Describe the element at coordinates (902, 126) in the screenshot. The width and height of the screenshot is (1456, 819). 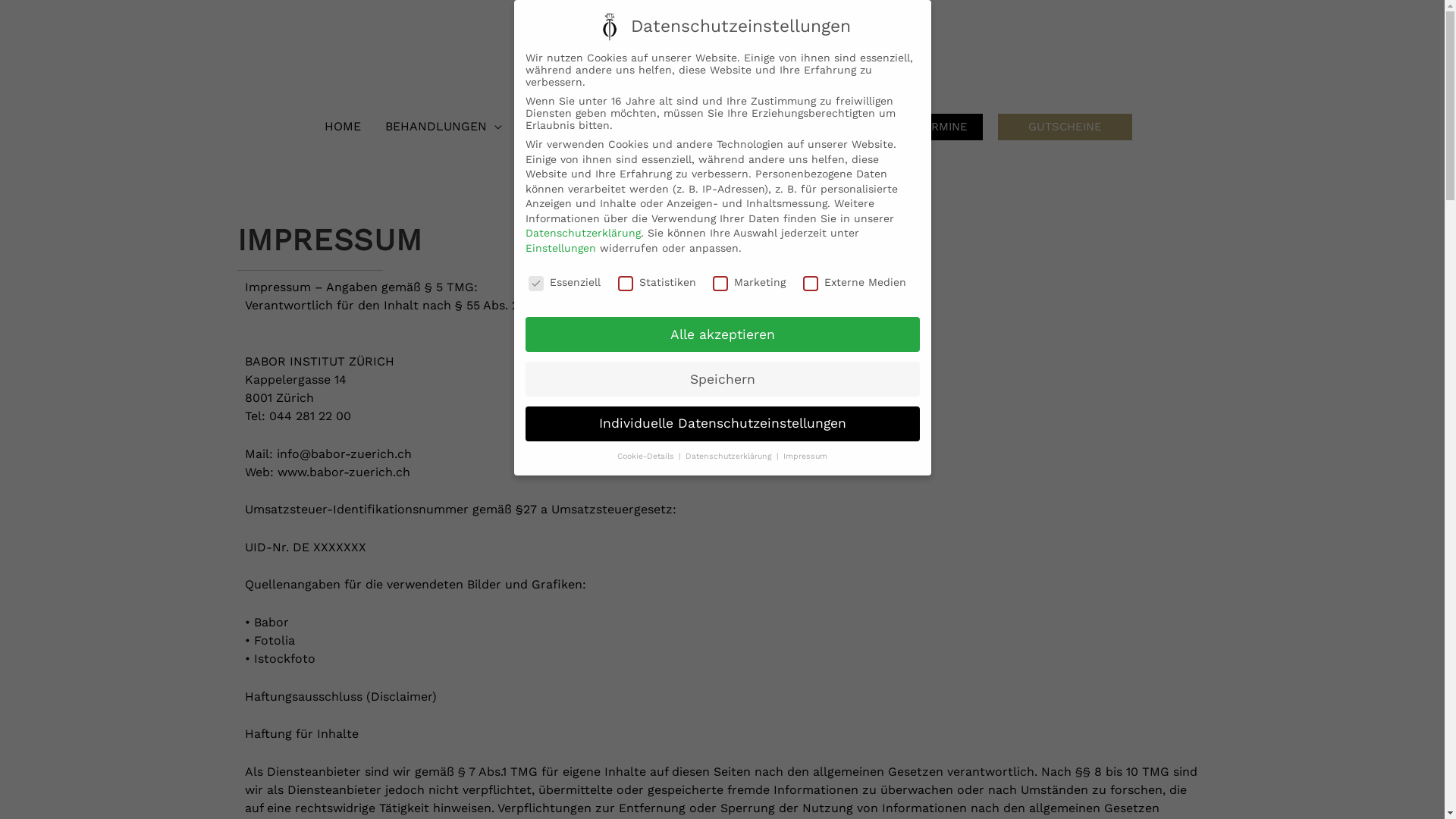
I see `'TERMINE'` at that location.